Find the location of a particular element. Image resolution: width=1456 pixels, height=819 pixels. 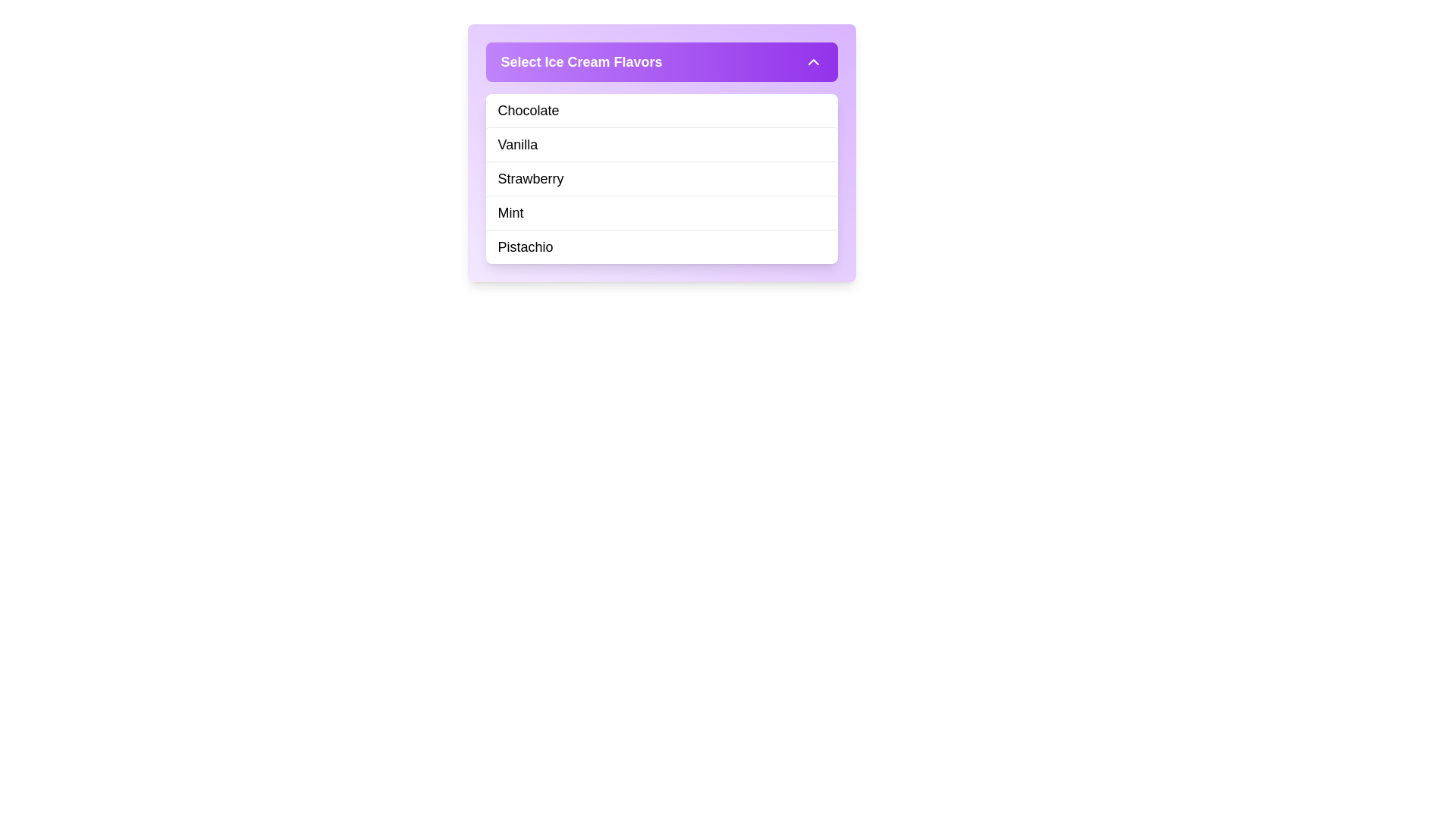

the first list item labeled 'Chocolate' in the dropdown menu titled 'Select Ice Cream Flavors' is located at coordinates (661, 110).